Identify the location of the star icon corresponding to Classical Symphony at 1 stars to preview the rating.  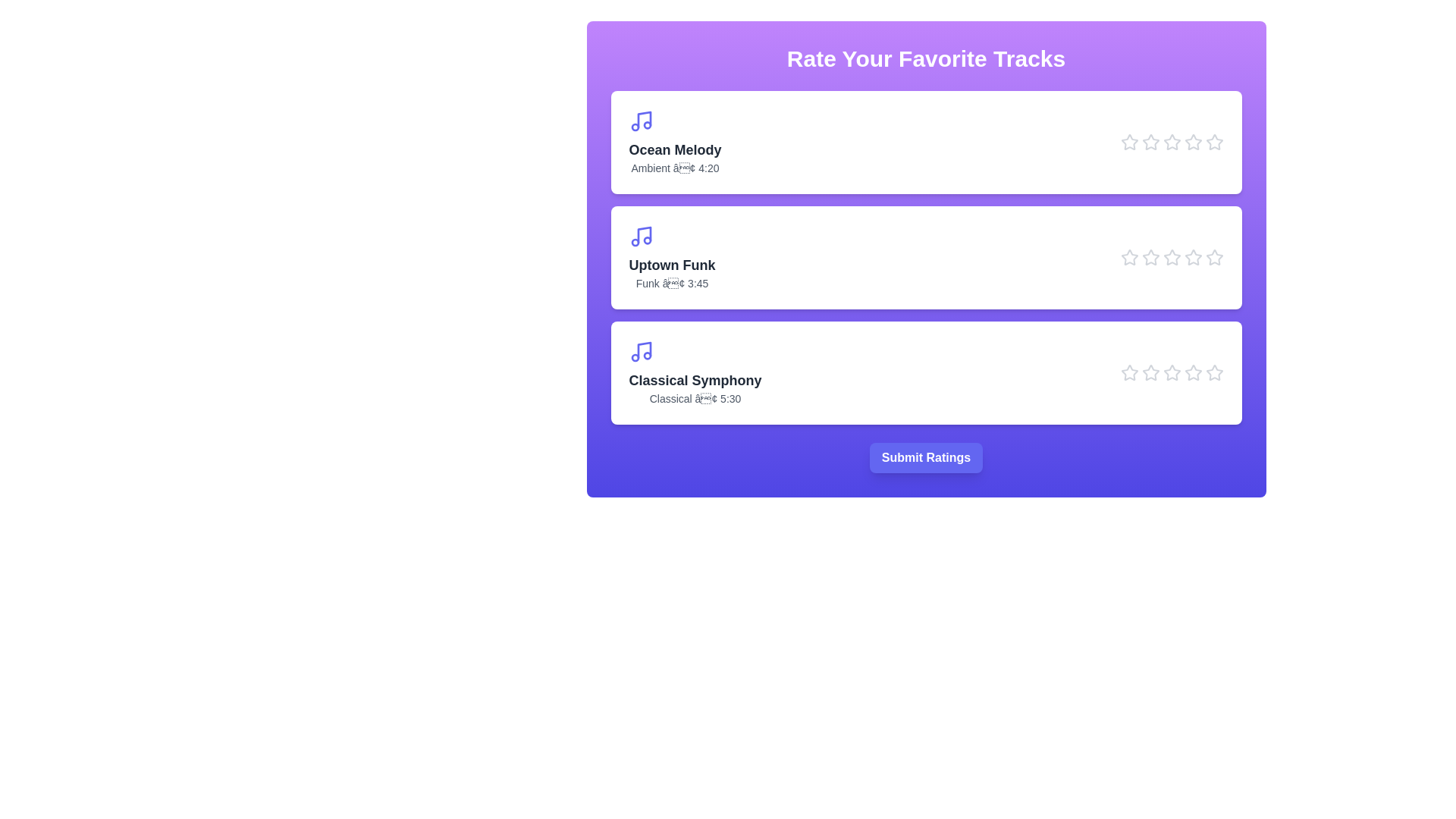
(1129, 373).